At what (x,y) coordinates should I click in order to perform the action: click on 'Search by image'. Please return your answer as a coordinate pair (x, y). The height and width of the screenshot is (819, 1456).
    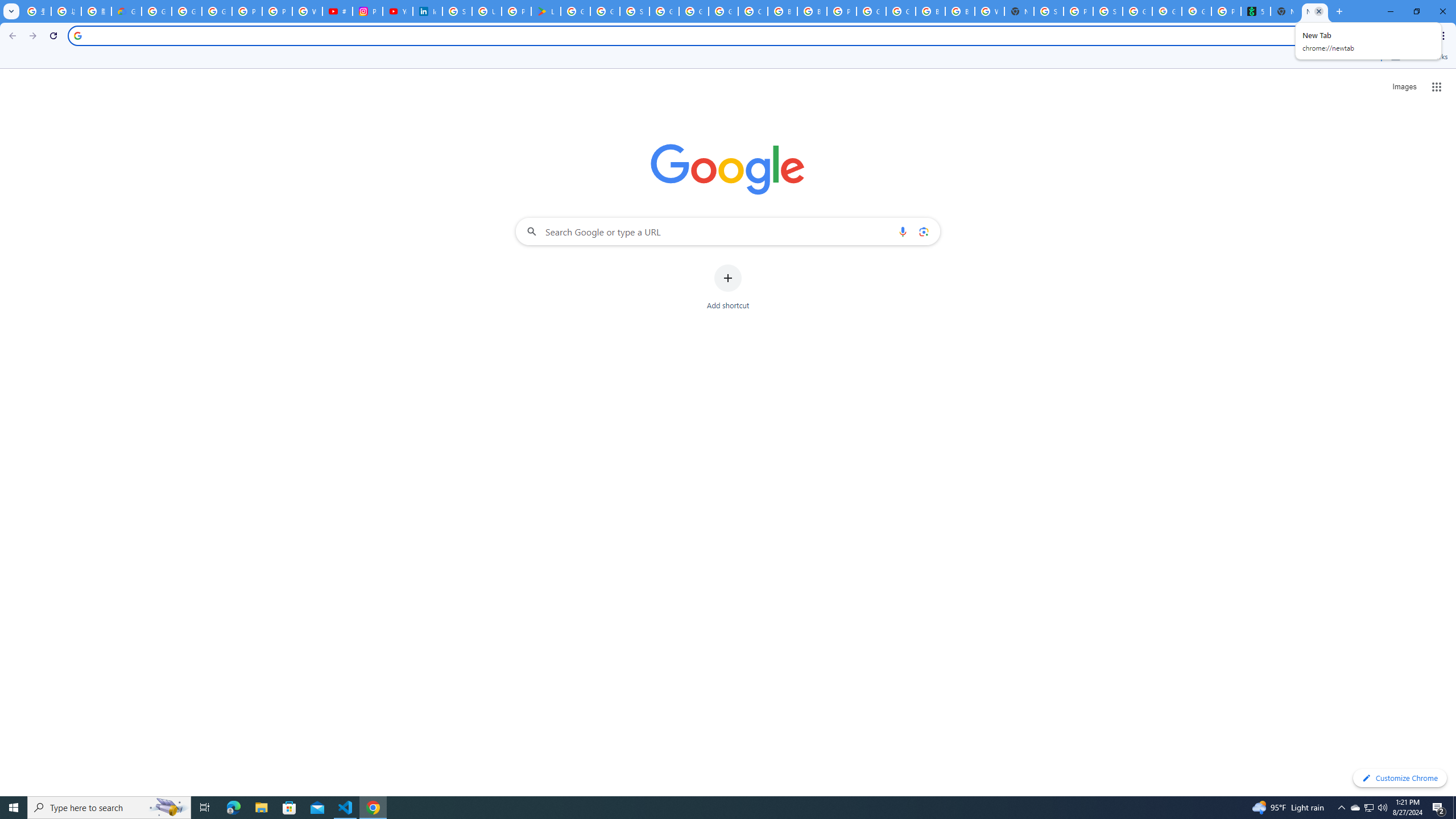
    Looking at the image, I should click on (923, 230).